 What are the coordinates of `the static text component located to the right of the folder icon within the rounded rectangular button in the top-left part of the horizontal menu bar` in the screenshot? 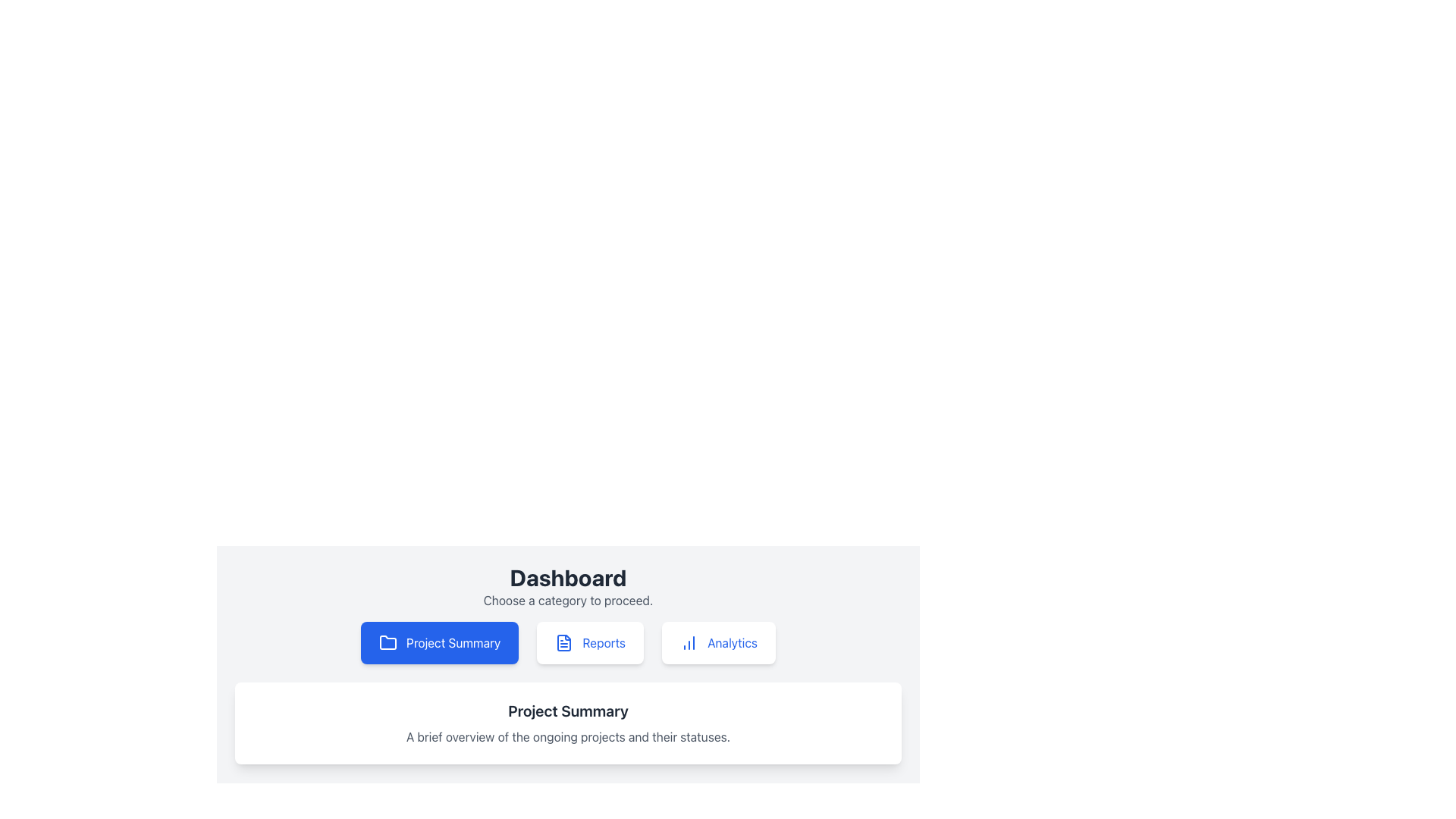 It's located at (453, 643).